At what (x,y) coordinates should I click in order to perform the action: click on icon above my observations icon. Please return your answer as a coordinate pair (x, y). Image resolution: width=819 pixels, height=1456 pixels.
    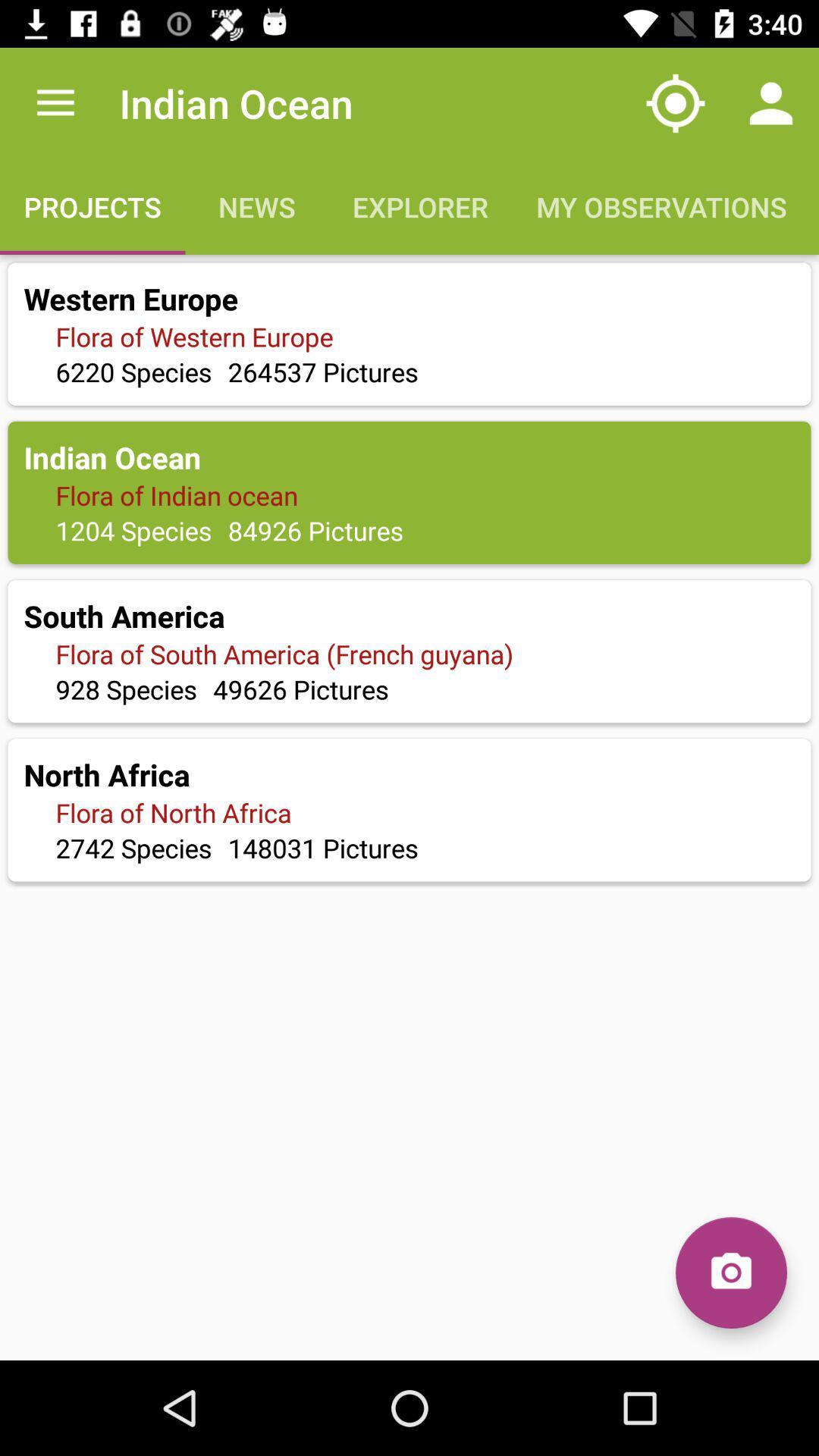
    Looking at the image, I should click on (771, 102).